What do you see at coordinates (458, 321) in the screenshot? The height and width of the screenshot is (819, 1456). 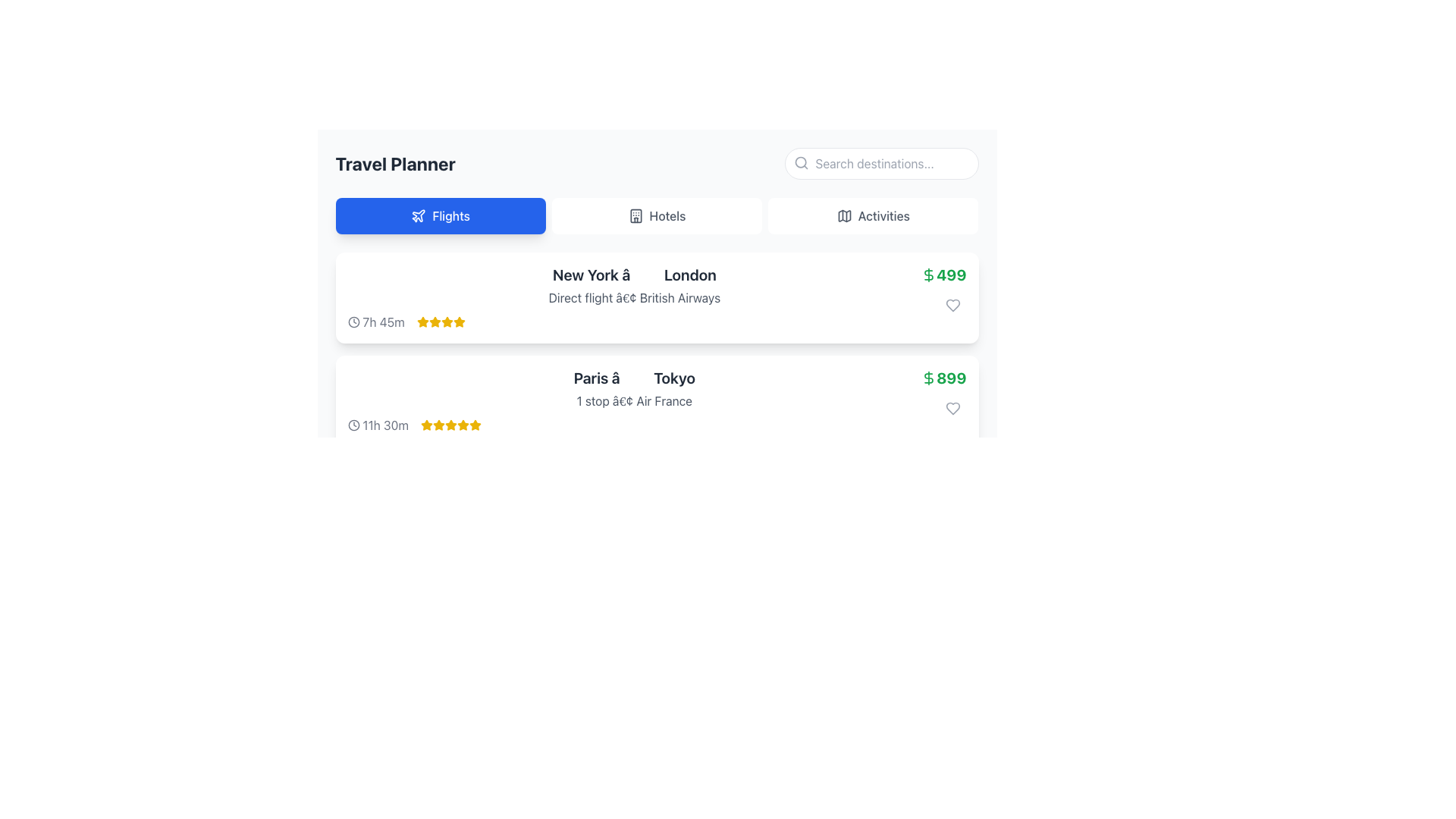 I see `the fifth star icon in the 5-star rating system located in the flight details section of the first result card under the 'Flights' tab` at bounding box center [458, 321].